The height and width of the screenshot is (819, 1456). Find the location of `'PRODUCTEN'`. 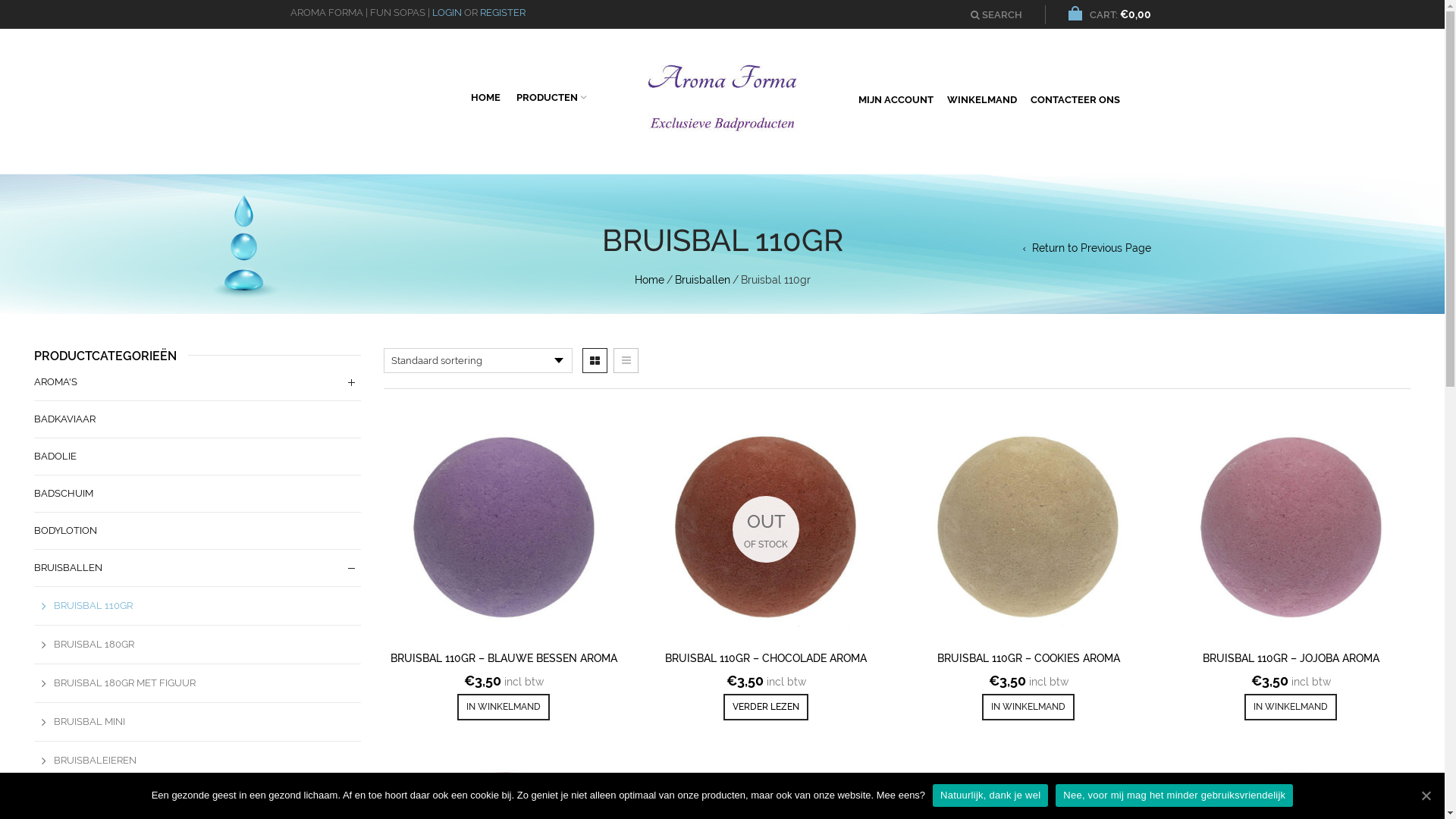

'PRODUCTEN' is located at coordinates (510, 96).